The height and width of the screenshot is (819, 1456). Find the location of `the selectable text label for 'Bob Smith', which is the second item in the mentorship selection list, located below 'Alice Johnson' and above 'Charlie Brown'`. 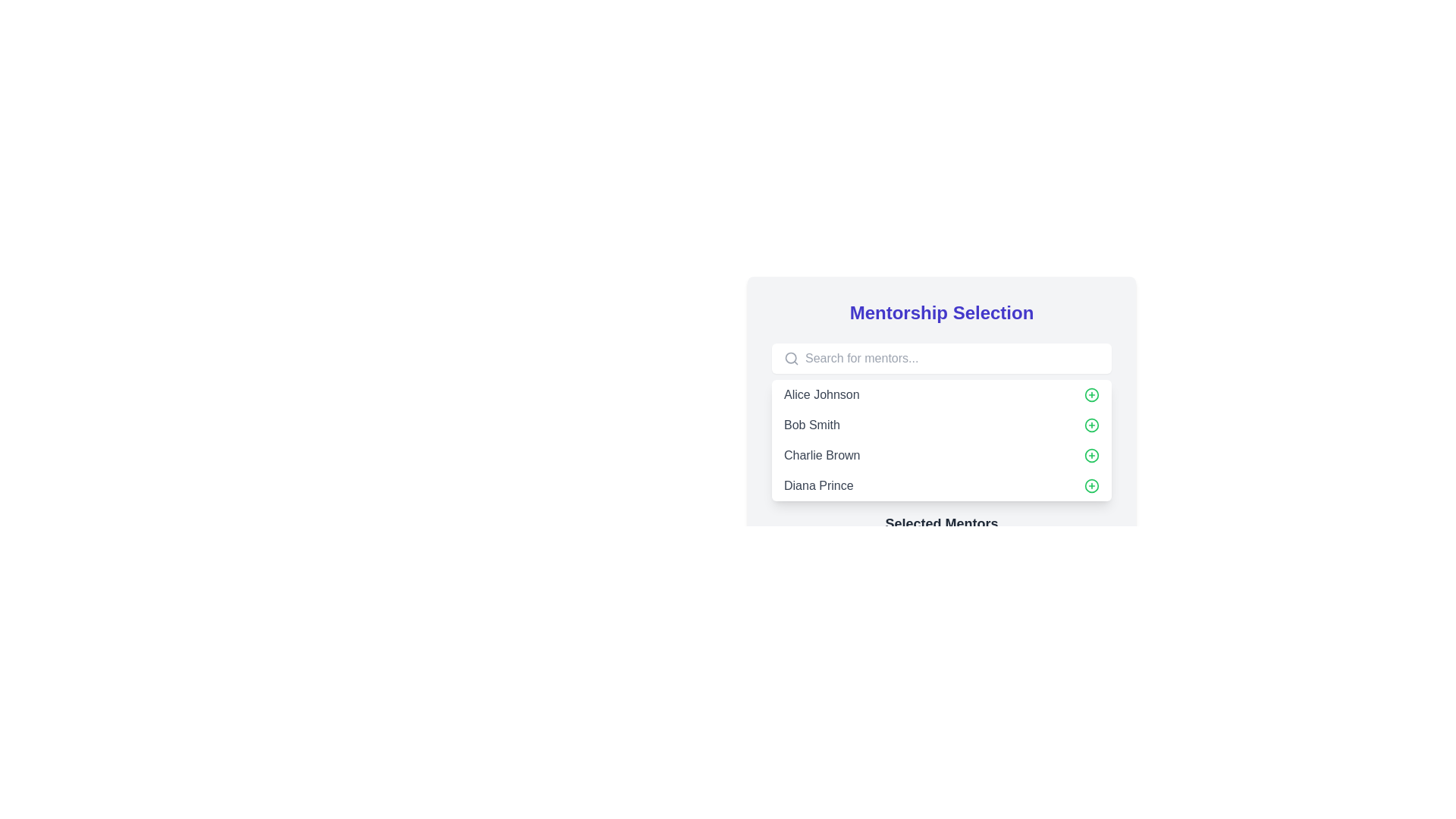

the selectable text label for 'Bob Smith', which is the second item in the mentorship selection list, located below 'Alice Johnson' and above 'Charlie Brown' is located at coordinates (811, 425).